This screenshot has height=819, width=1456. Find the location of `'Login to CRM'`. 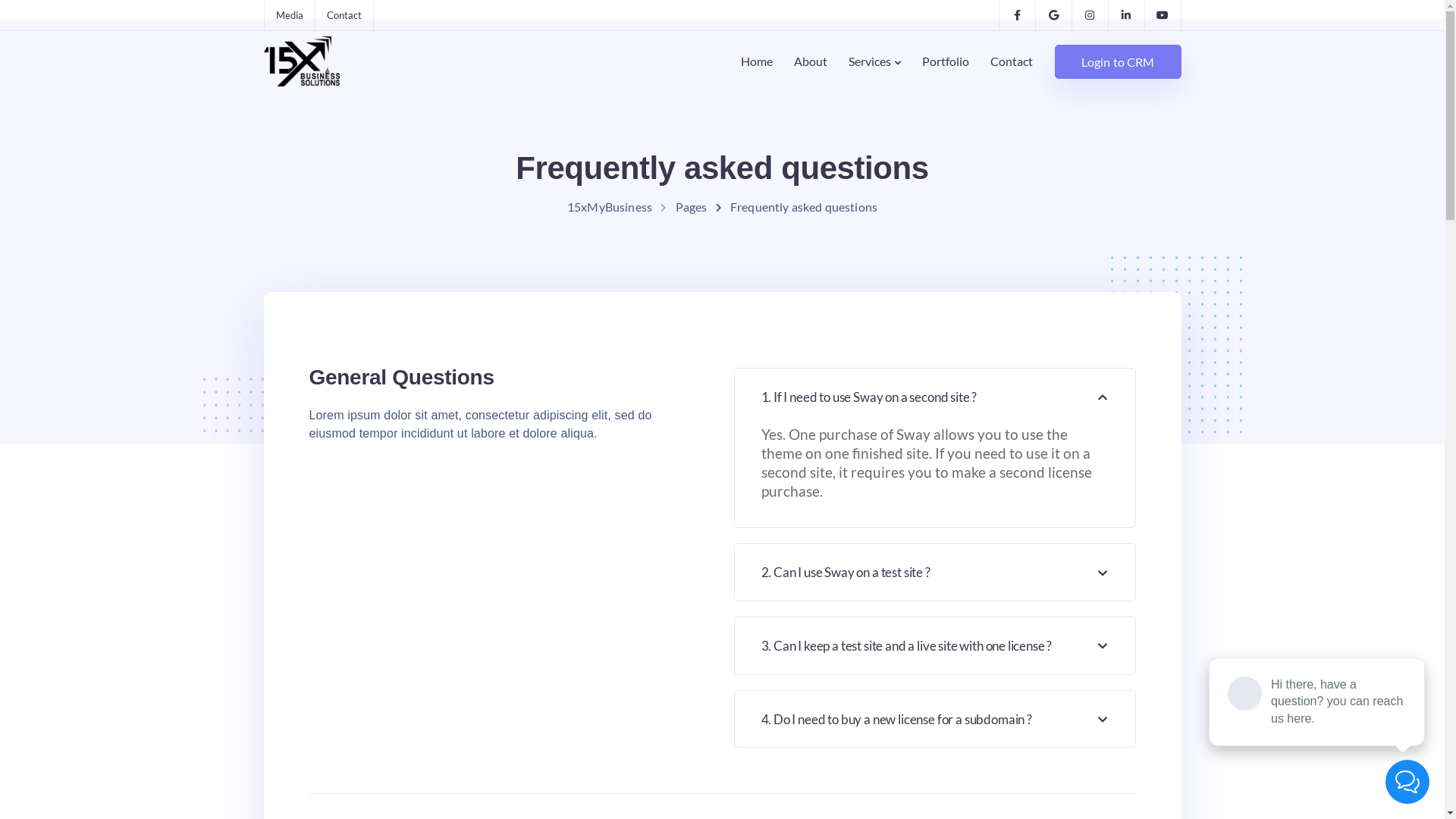

'Login to CRM' is located at coordinates (1118, 60).